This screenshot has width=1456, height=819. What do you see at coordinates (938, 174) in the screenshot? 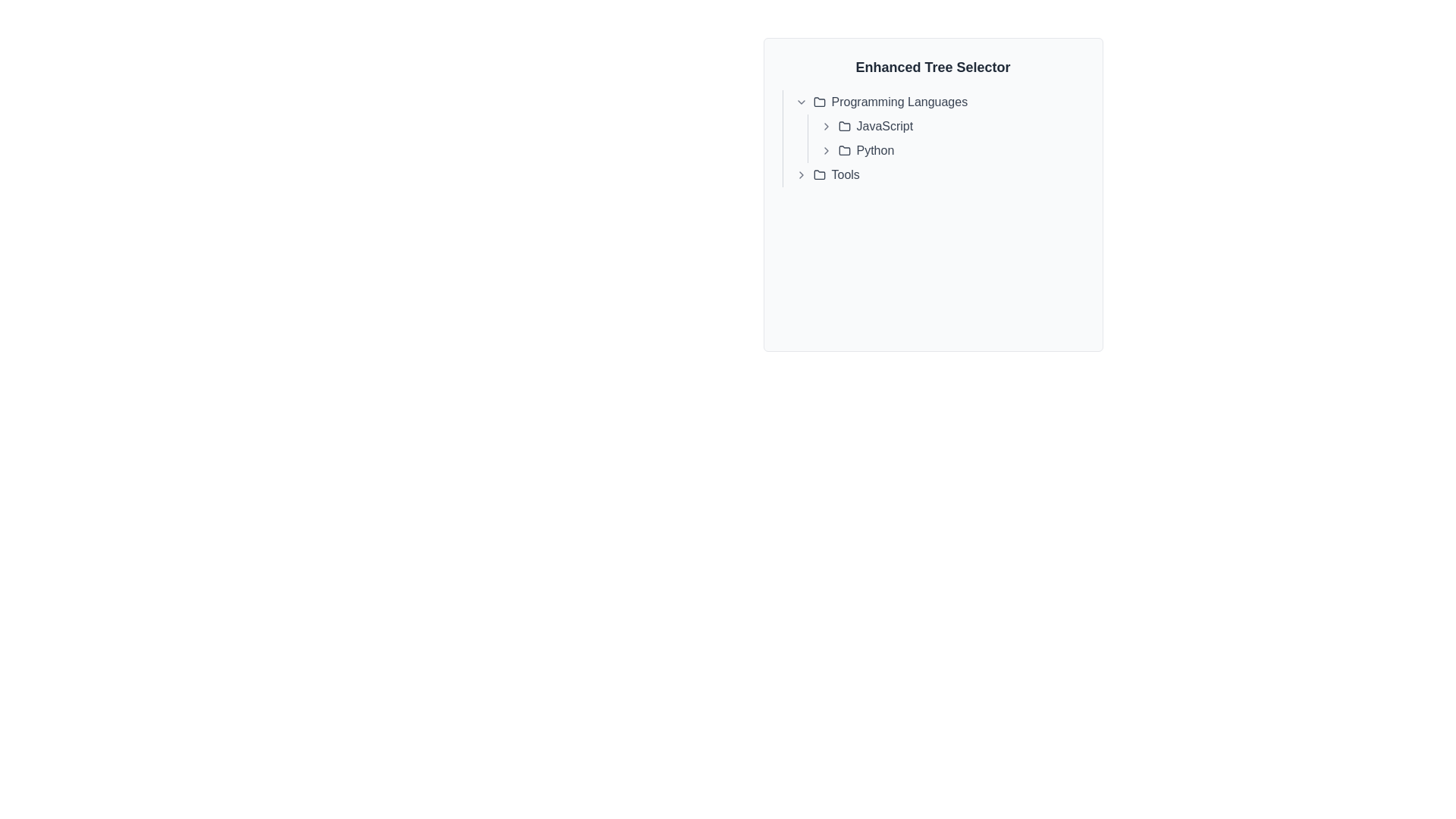
I see `the 'Tools' TreeNode element in the hierarchical tree structure` at bounding box center [938, 174].